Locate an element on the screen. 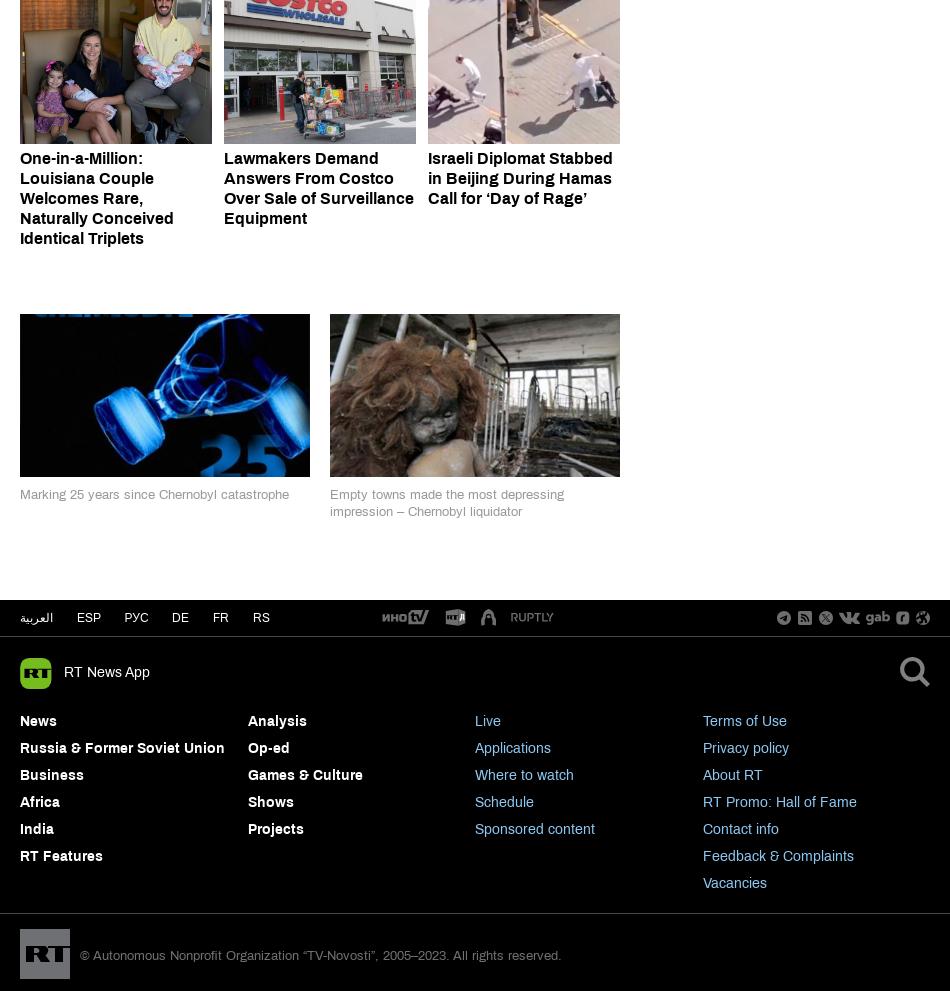 The image size is (950, 991). 'RT Features' is located at coordinates (61, 854).